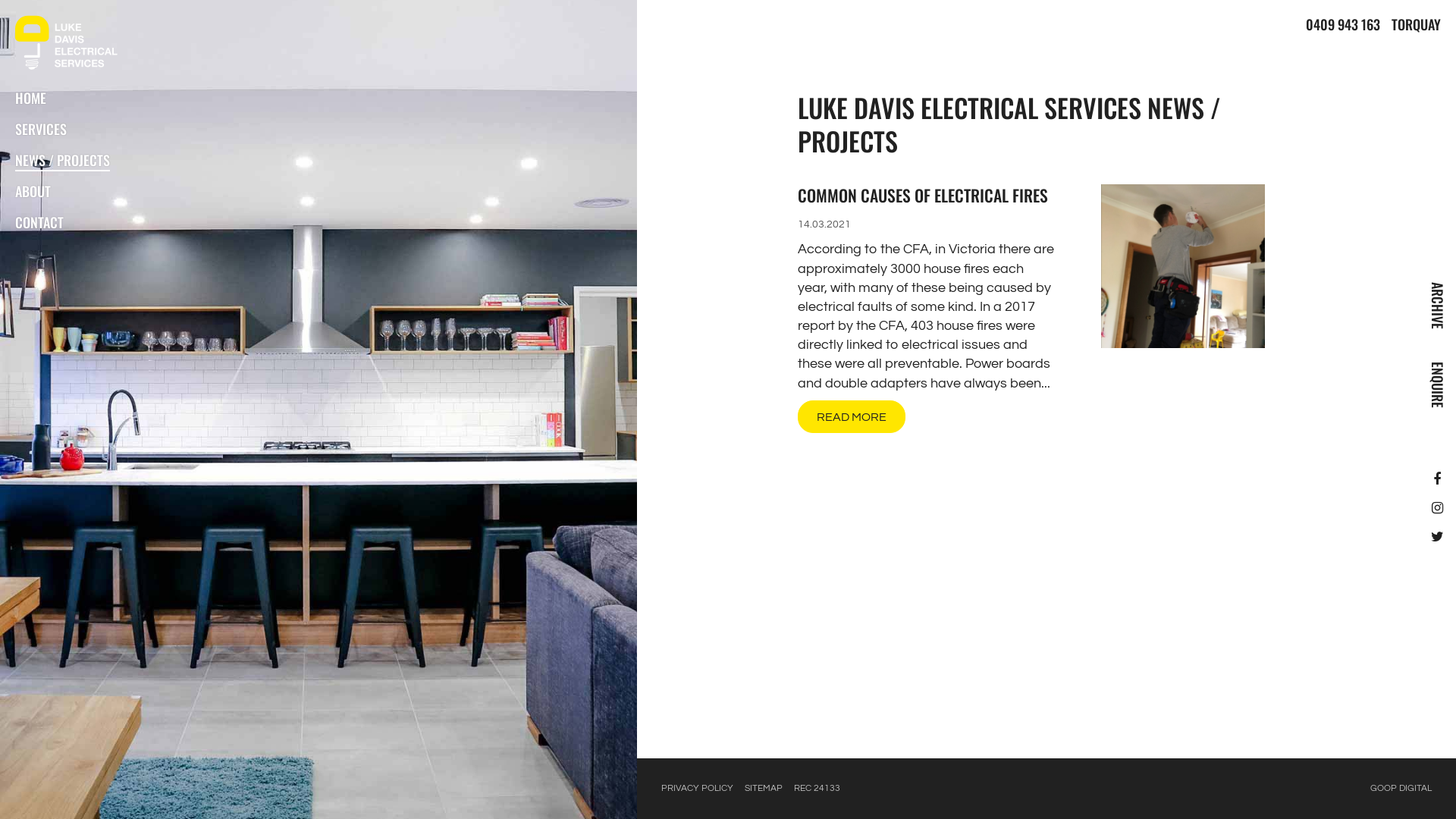 The image size is (1456, 819). Describe the element at coordinates (745, 788) in the screenshot. I see `'SITEMAP'` at that location.